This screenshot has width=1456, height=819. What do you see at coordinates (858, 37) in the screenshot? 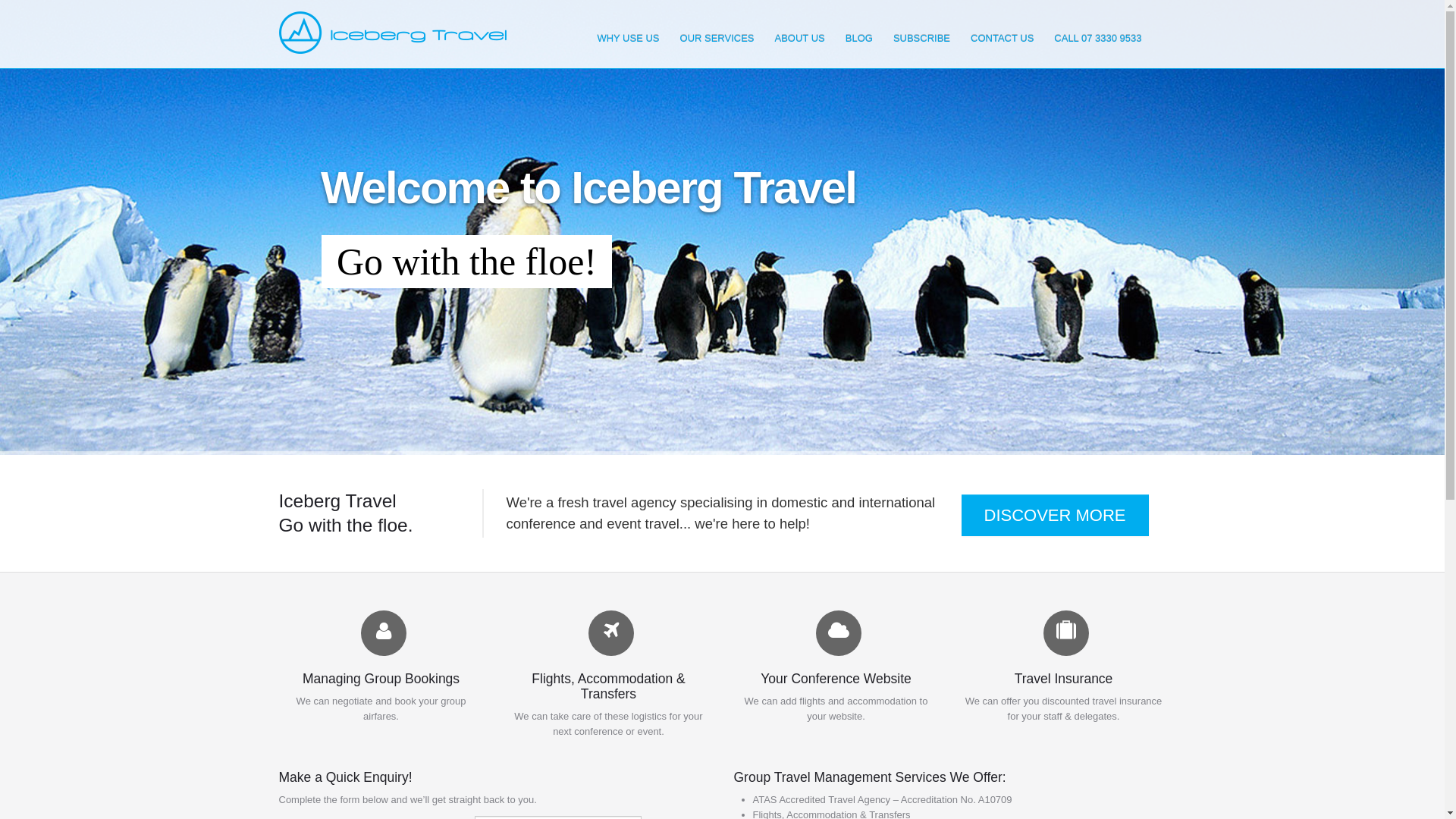
I see `'BLOG'` at bounding box center [858, 37].